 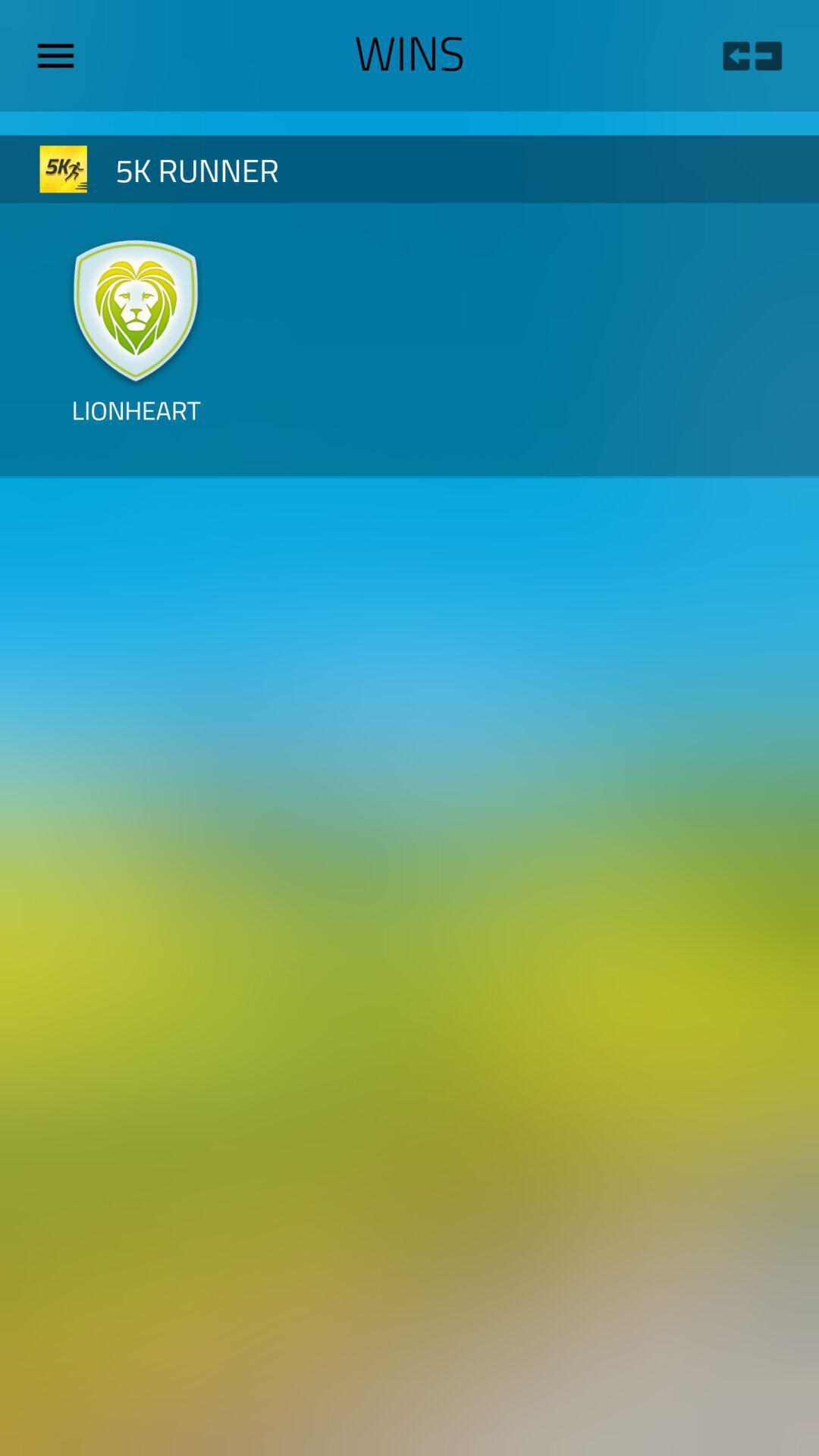 I want to click on menu option, so click(x=61, y=55).